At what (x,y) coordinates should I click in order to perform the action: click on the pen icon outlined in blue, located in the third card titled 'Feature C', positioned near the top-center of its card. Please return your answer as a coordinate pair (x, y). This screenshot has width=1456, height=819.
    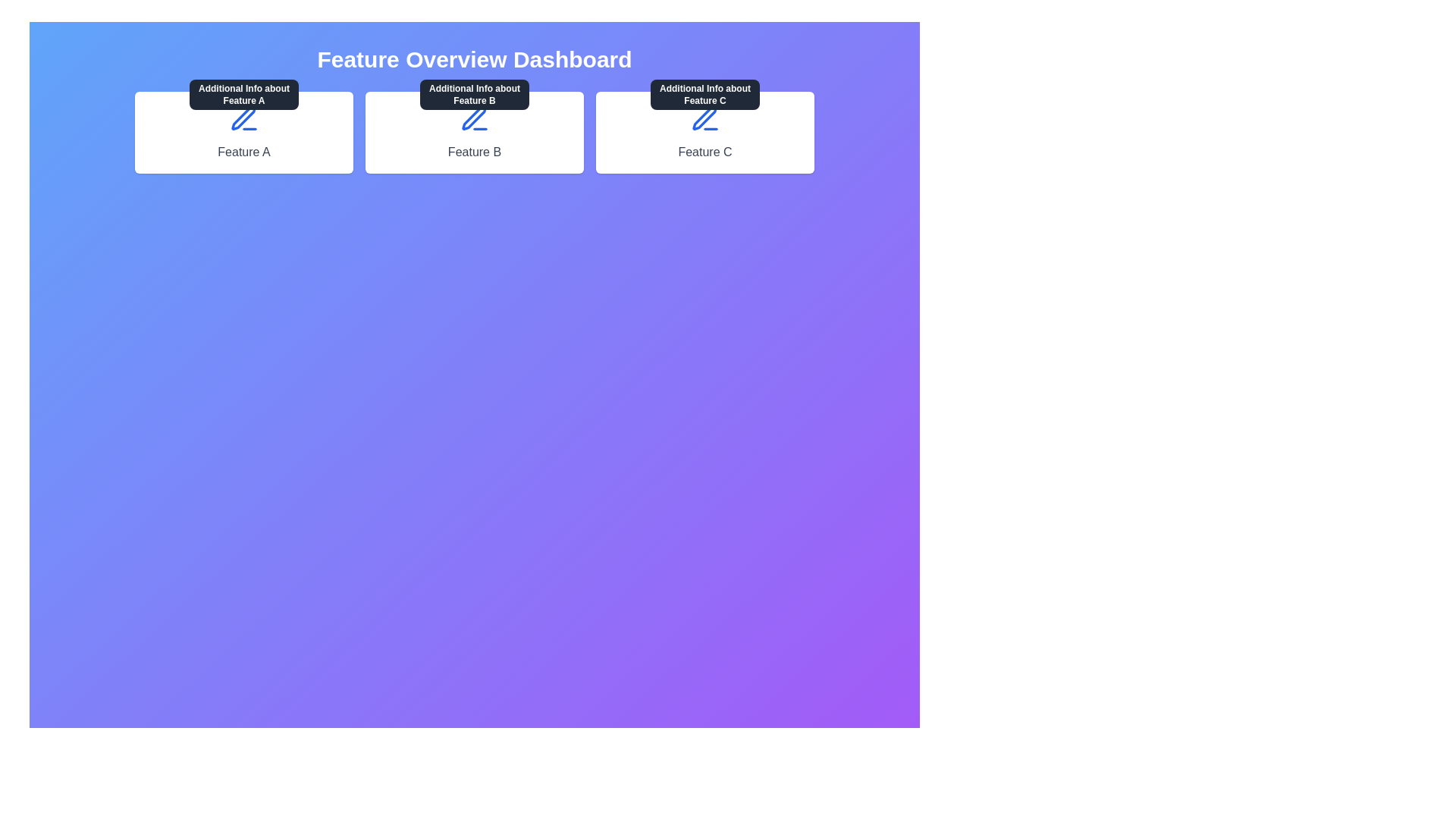
    Looking at the image, I should click on (704, 118).